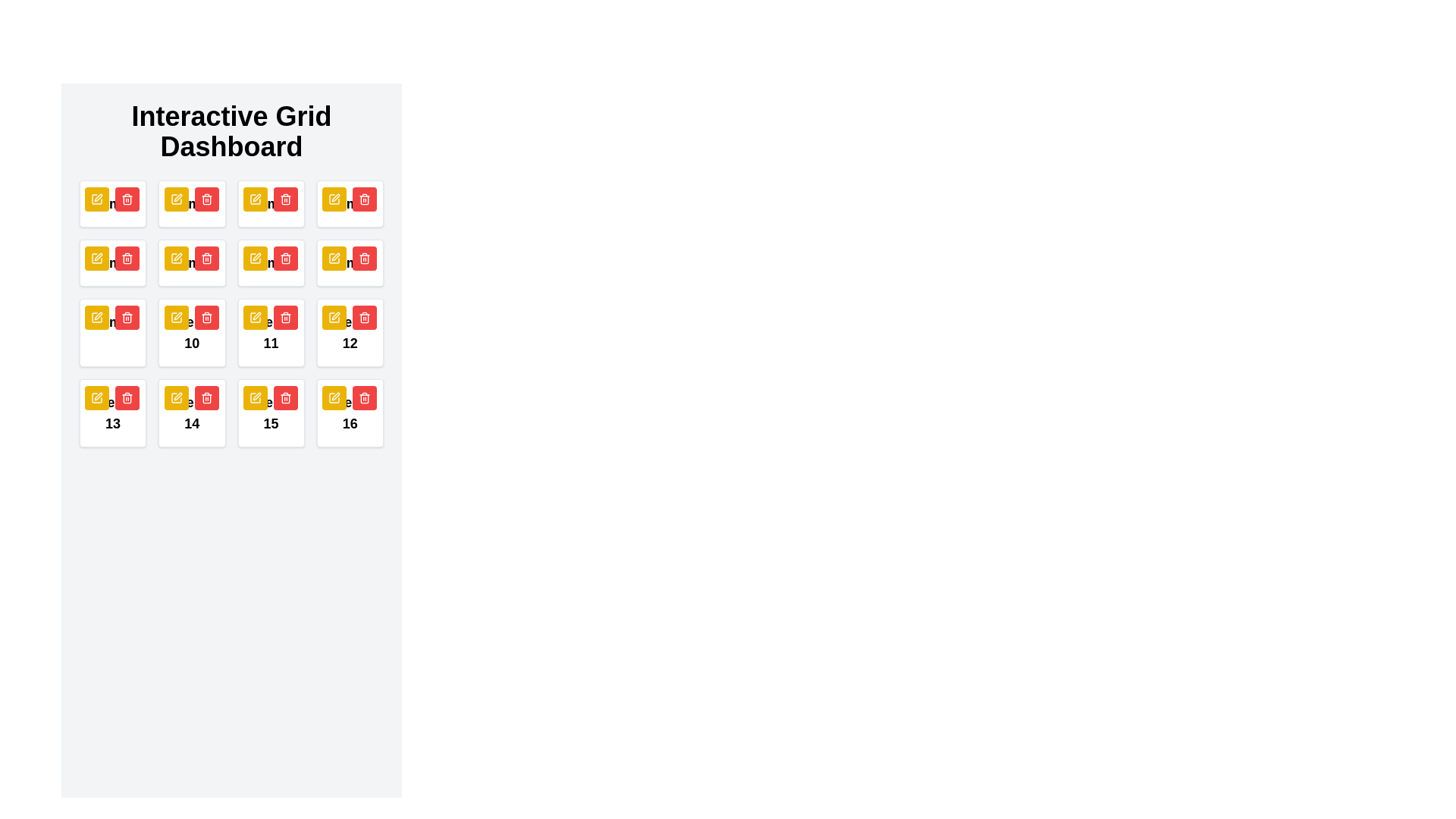 This screenshot has width=1456, height=819. What do you see at coordinates (96, 257) in the screenshot?
I see `the edit icon button, which is a small pen icon with a yellow background, located at the upper-left of the card titled '1' in the grid layout` at bounding box center [96, 257].